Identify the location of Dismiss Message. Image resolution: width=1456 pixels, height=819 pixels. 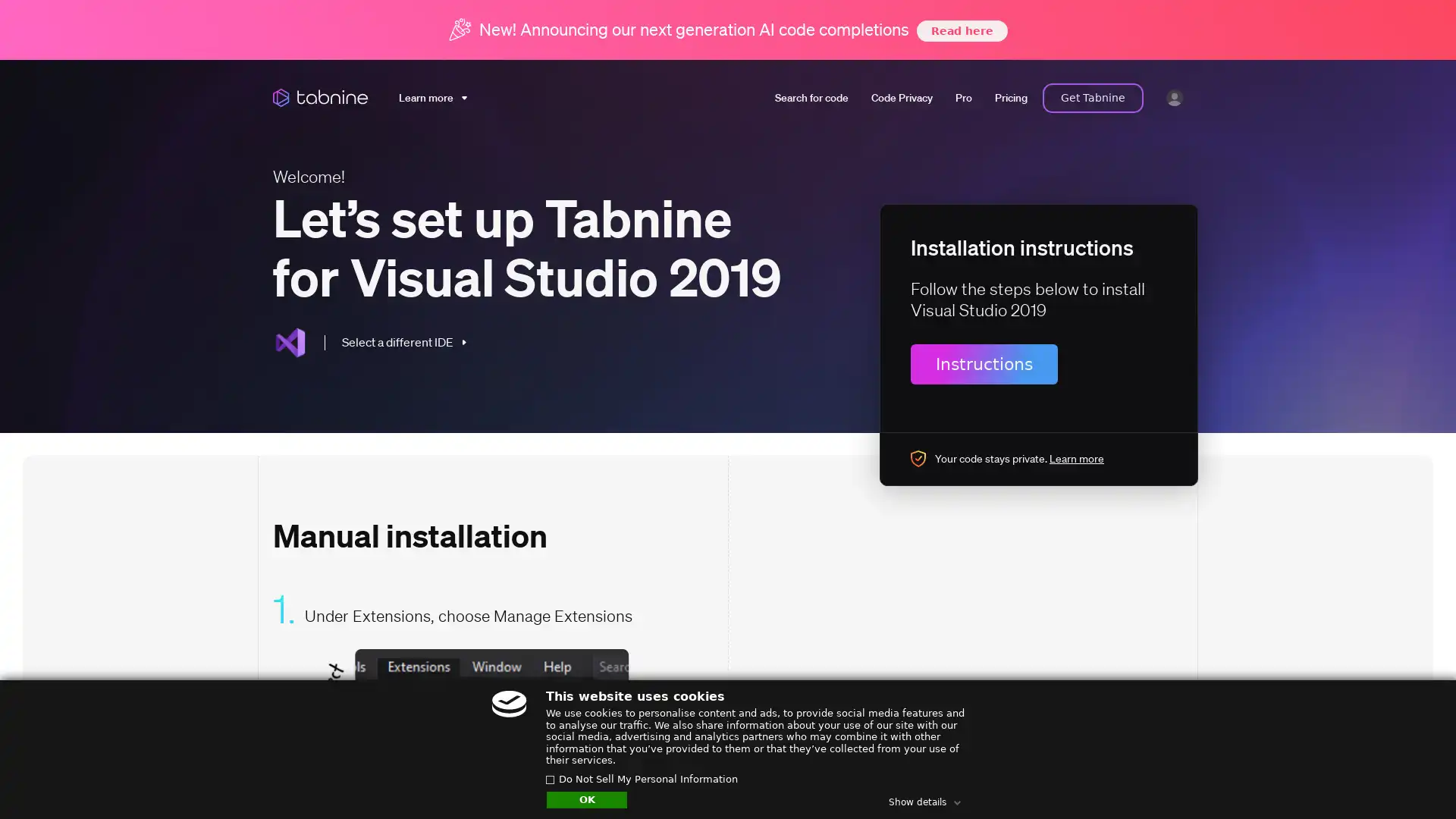
(1376, 761).